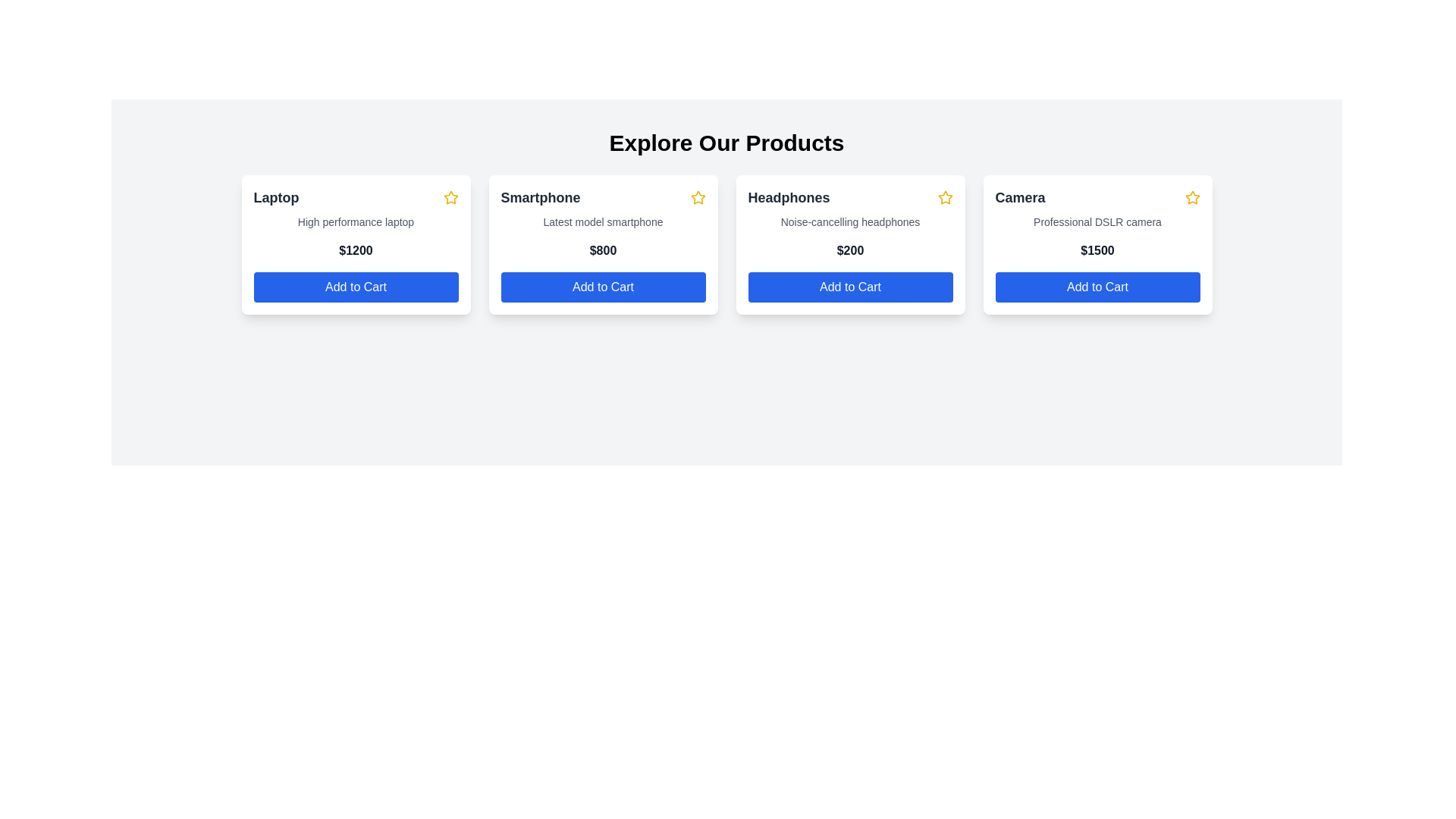  Describe the element at coordinates (602, 287) in the screenshot. I see `the 'Add to Cart' button located at the bottom of the 'Smartphone' product card, beneath the price '$800'` at that location.